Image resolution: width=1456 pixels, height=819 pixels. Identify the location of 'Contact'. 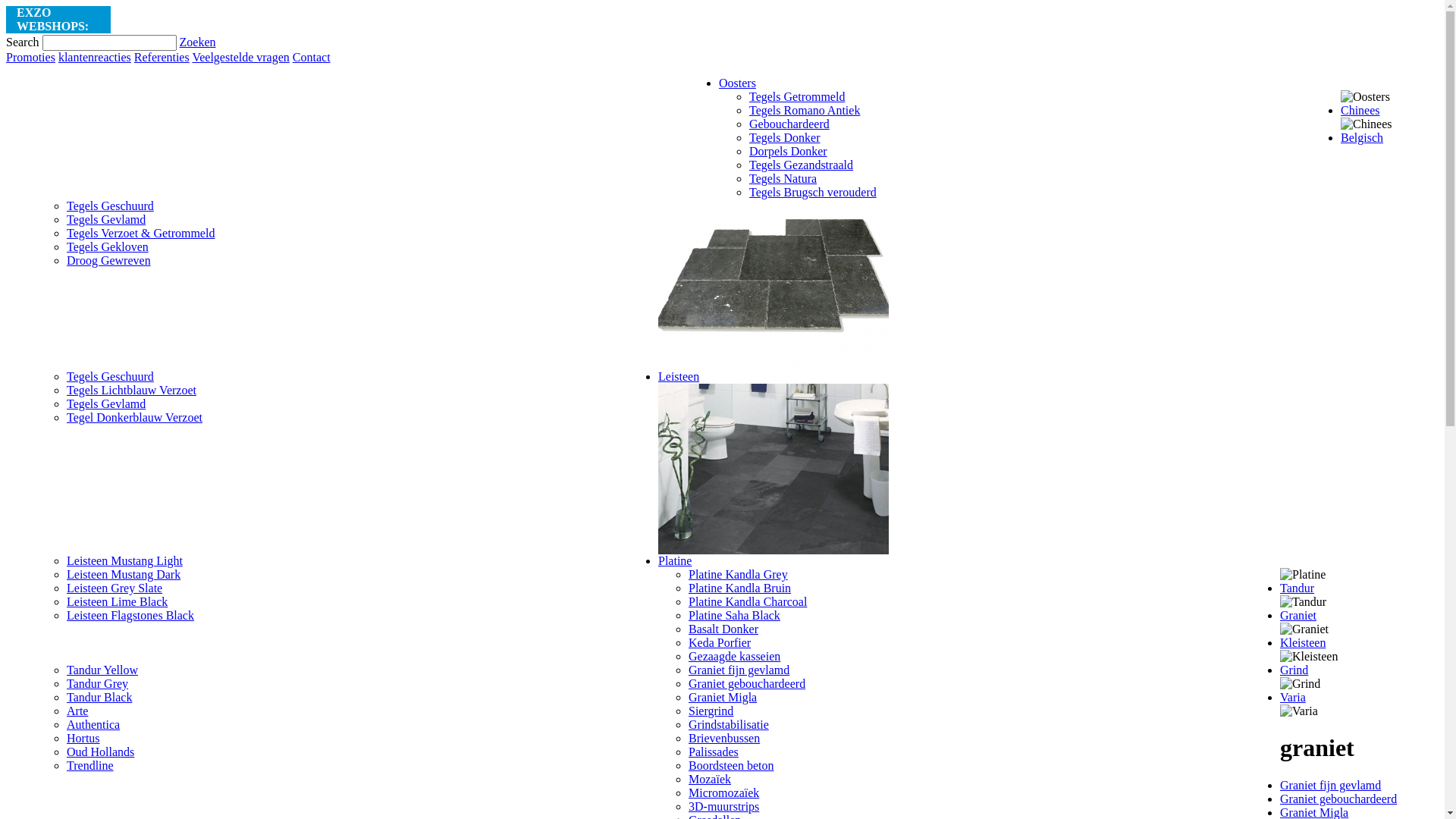
(311, 56).